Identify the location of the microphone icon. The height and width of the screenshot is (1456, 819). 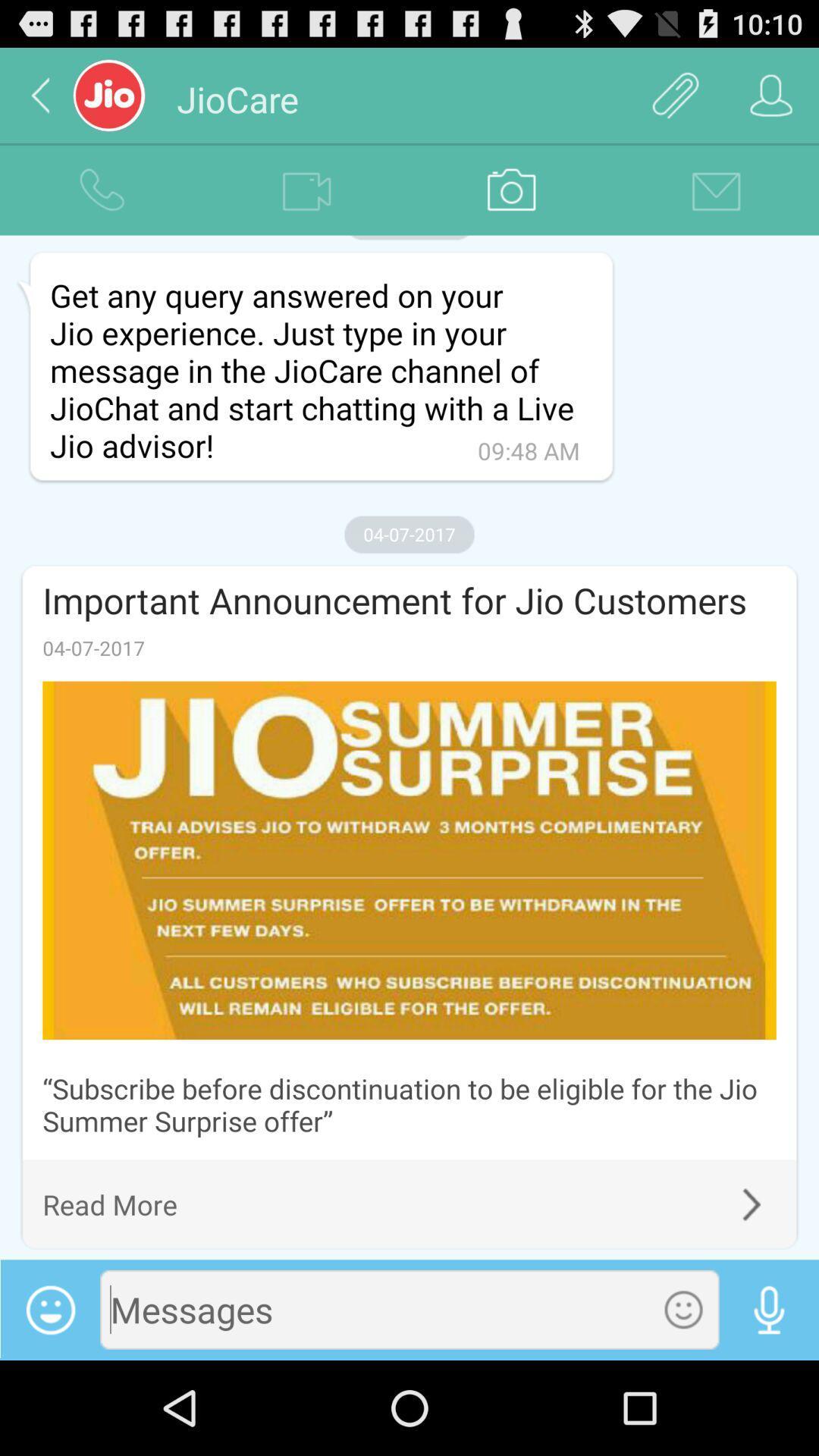
(769, 1401).